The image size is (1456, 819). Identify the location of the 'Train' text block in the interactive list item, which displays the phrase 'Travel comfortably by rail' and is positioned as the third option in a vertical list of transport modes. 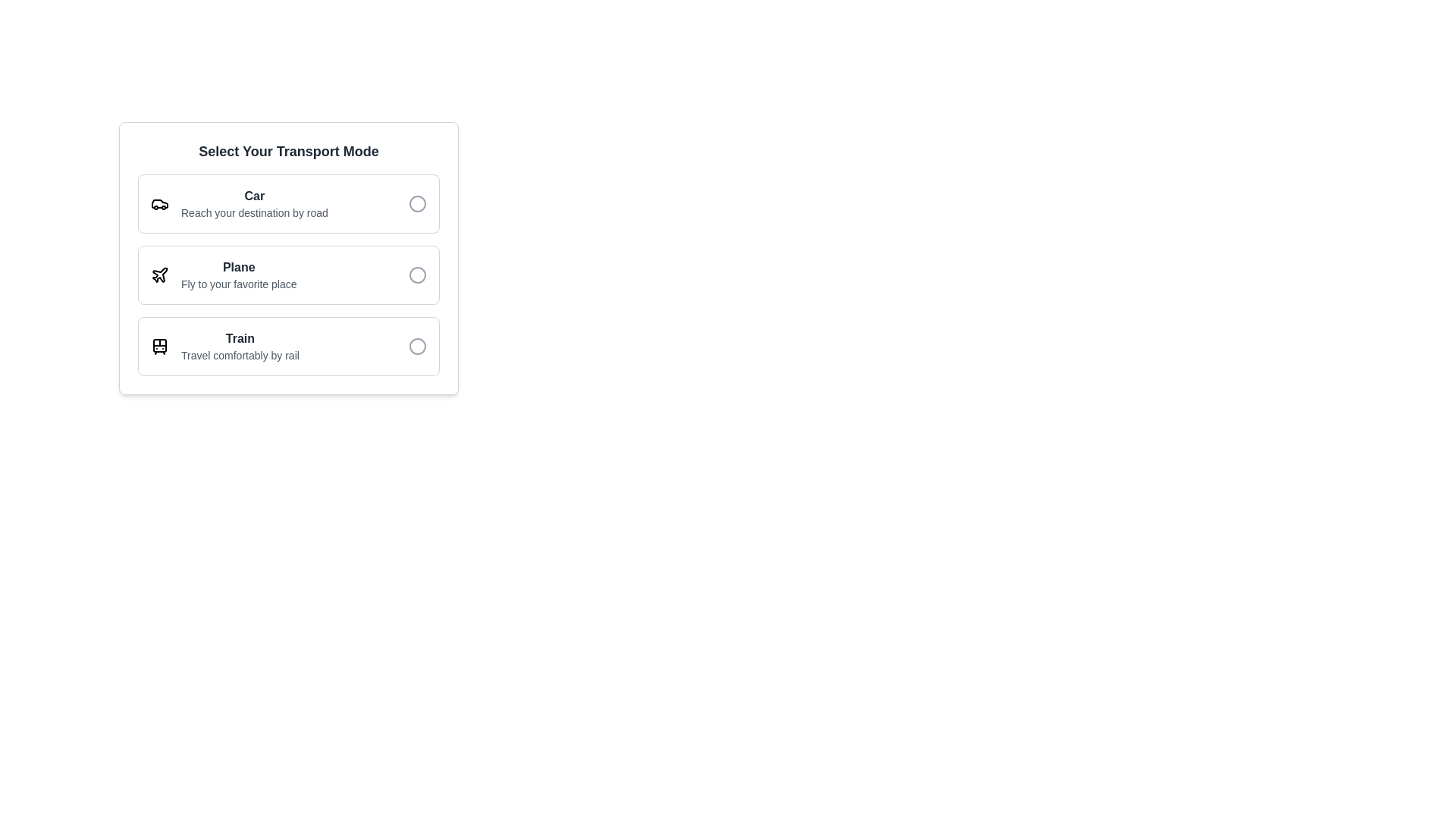
(239, 346).